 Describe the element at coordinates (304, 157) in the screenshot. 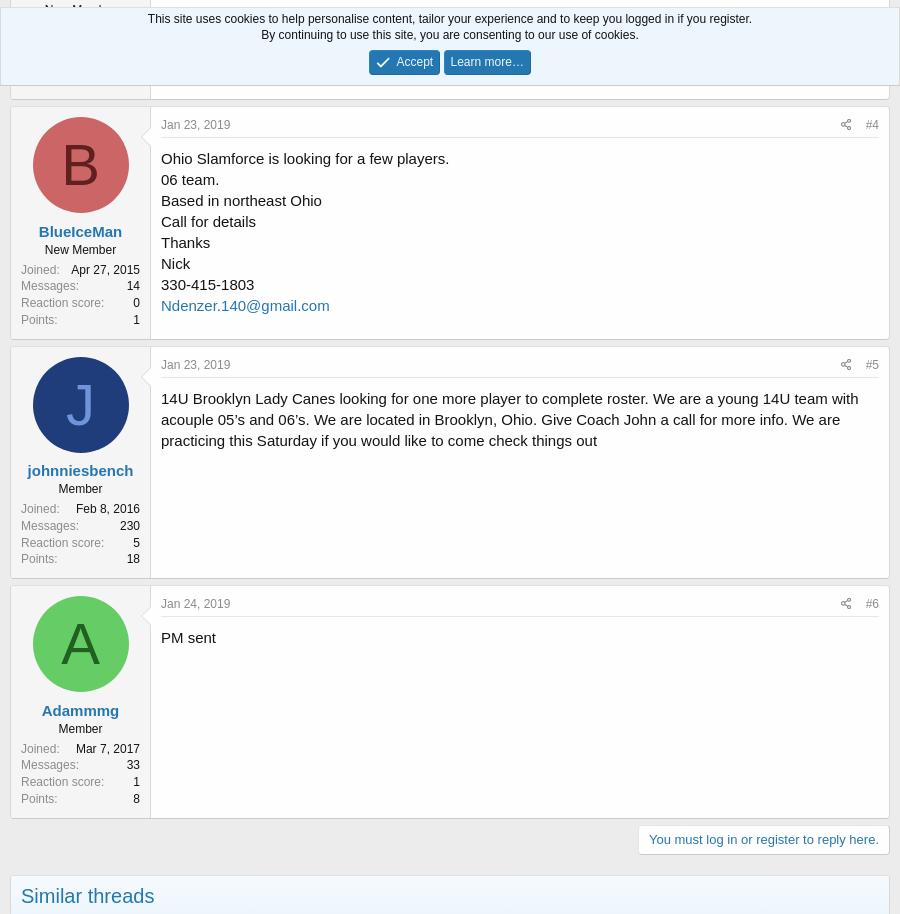

I see `'Ohio Slamforce is looking for a few players.'` at that location.